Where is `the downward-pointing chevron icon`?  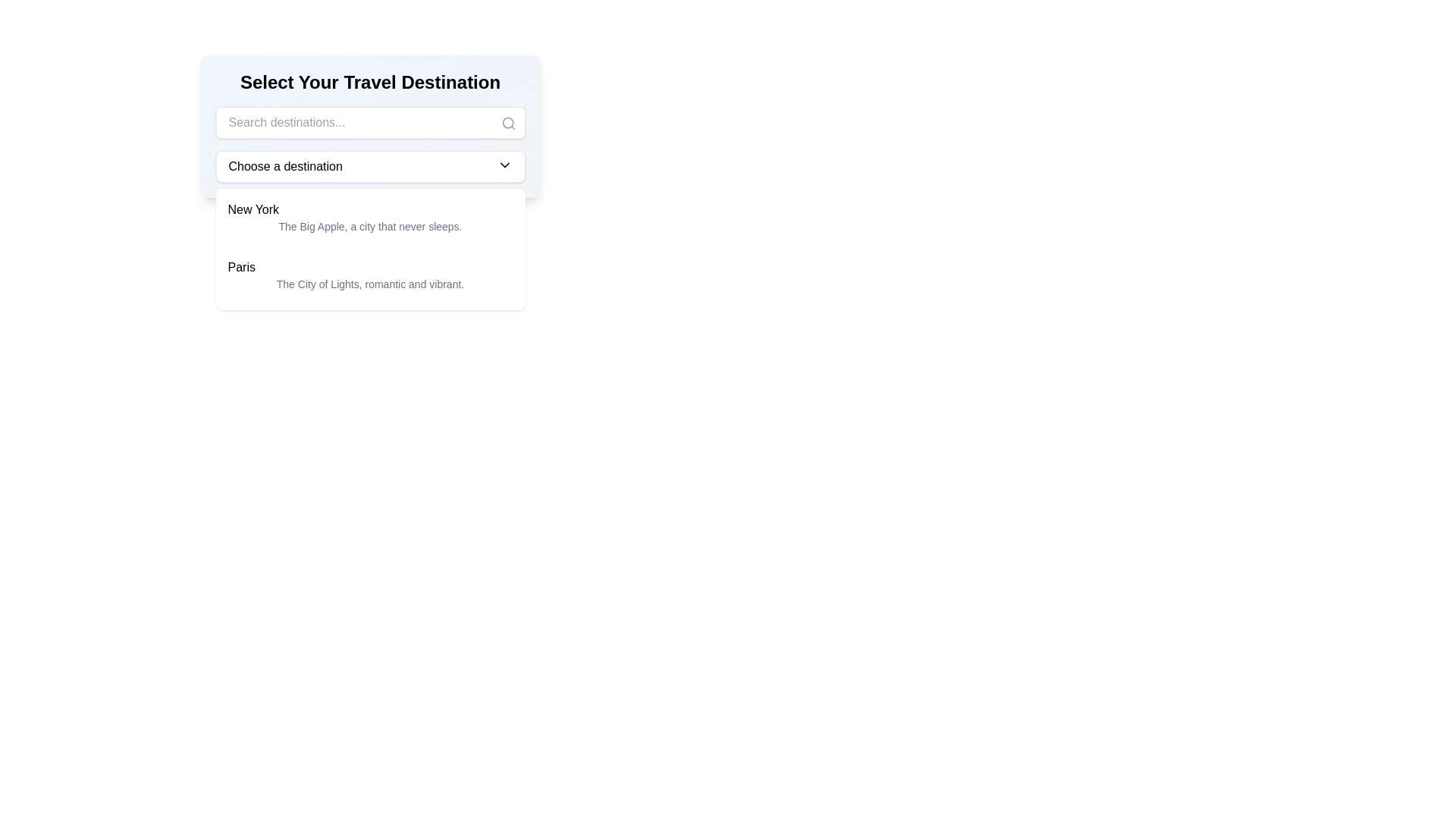
the downward-pointing chevron icon is located at coordinates (504, 165).